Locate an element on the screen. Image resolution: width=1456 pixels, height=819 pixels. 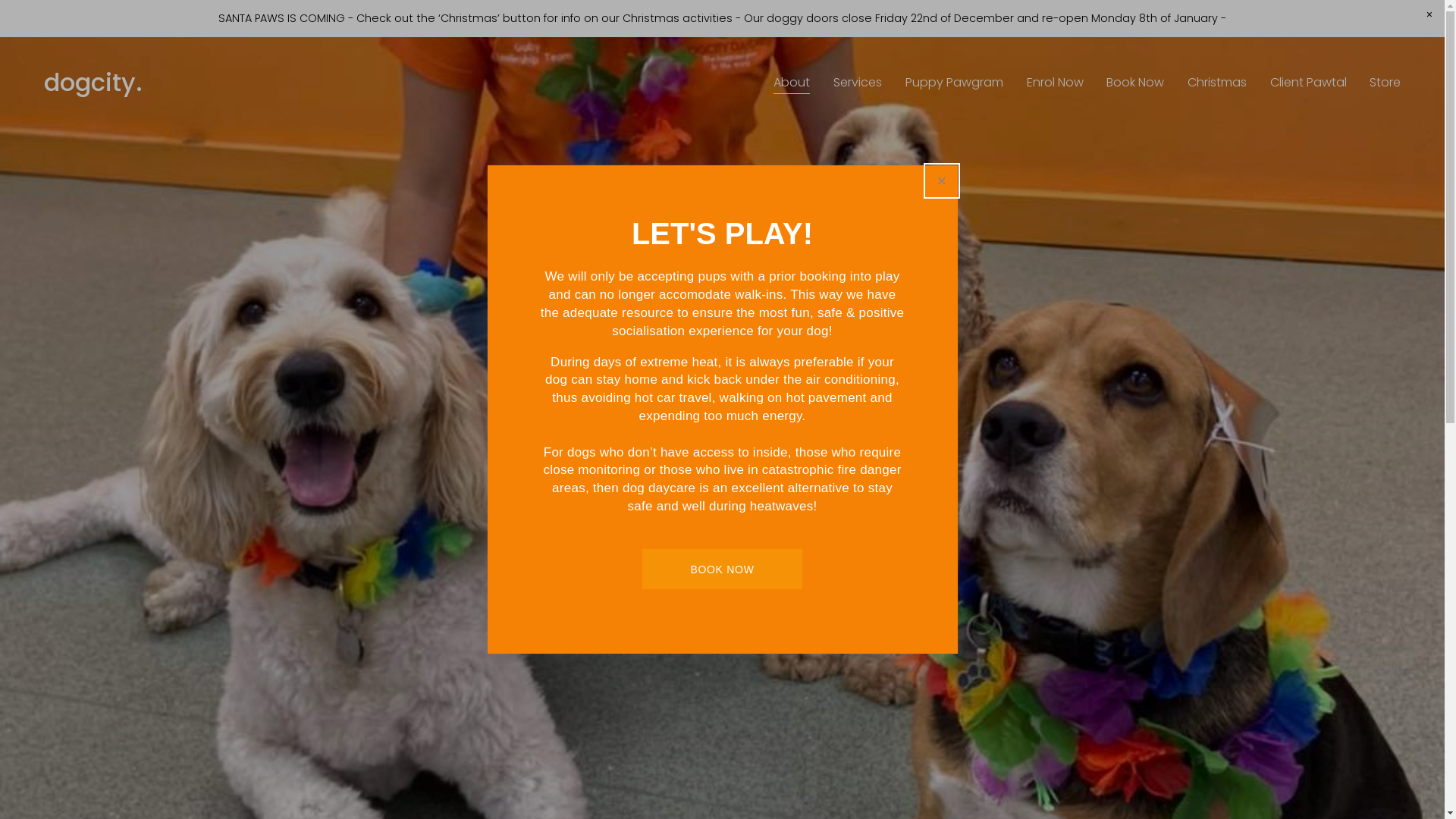
'Book Now' is located at coordinates (1135, 83).